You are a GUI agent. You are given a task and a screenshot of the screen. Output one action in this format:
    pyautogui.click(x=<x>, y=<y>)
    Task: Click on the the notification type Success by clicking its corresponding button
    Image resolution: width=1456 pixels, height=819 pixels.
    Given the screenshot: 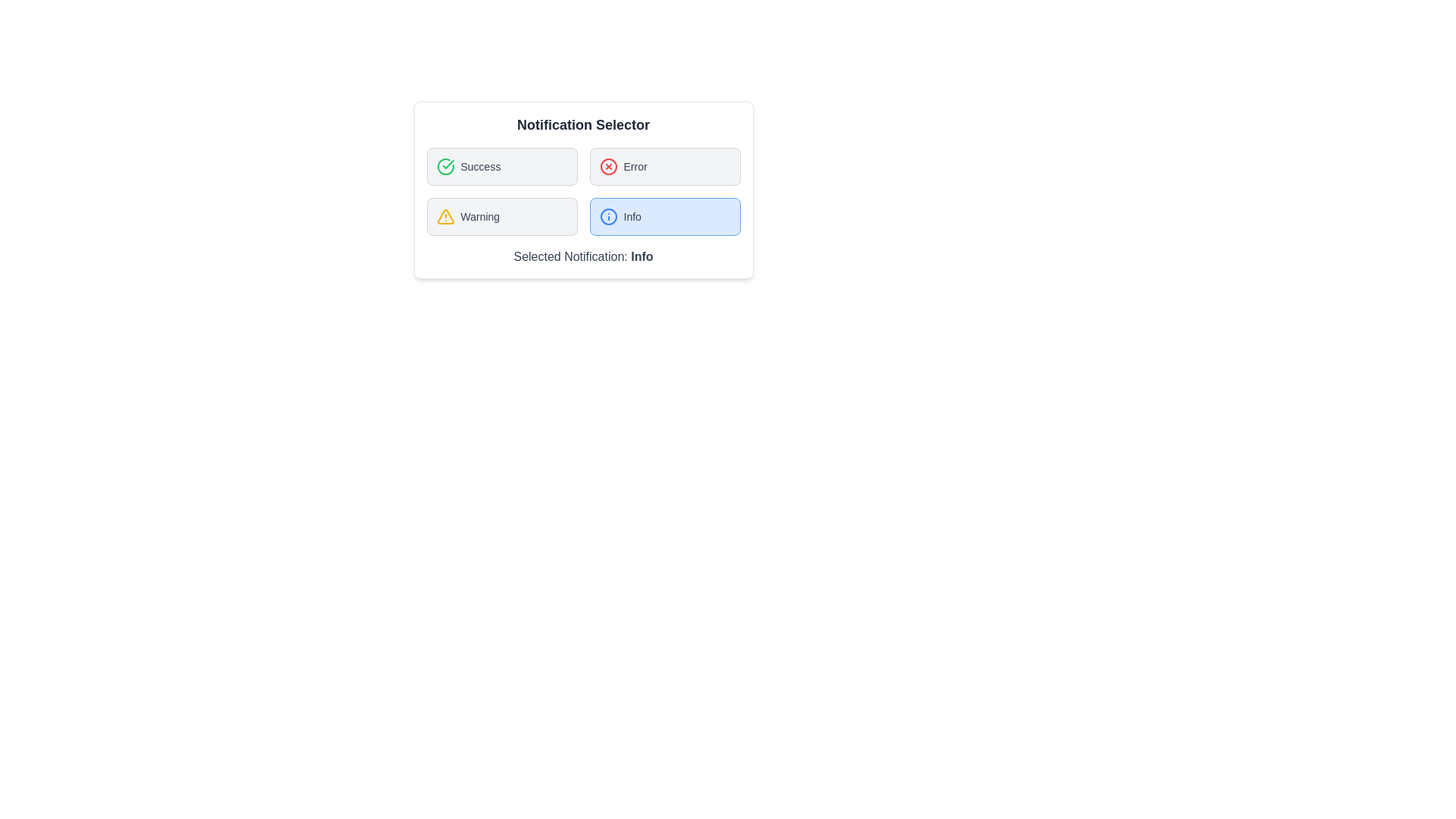 What is the action you would take?
    pyautogui.click(x=502, y=166)
    